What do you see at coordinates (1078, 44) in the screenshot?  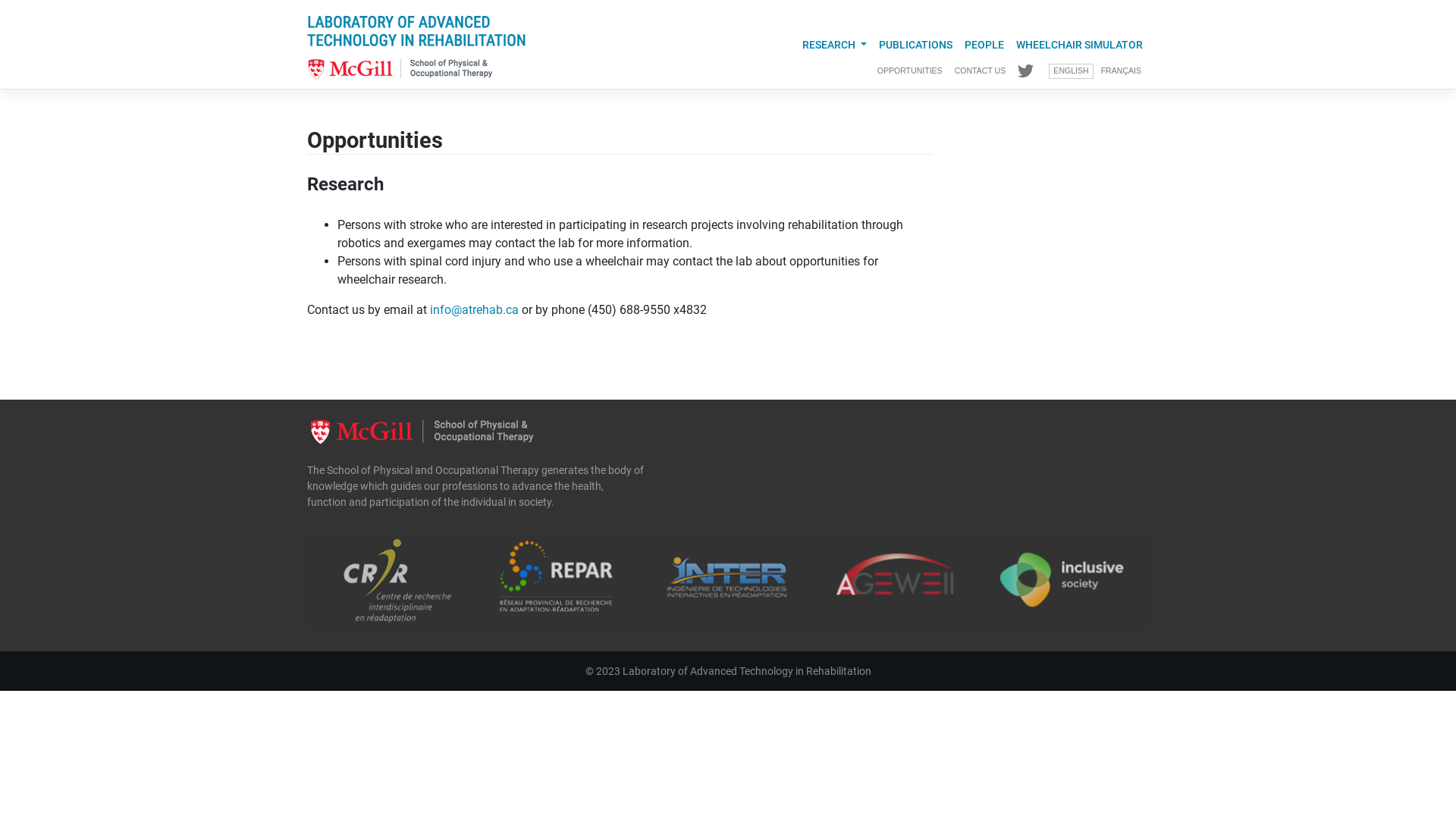 I see `'WHEELCHAIR SIMULATOR'` at bounding box center [1078, 44].